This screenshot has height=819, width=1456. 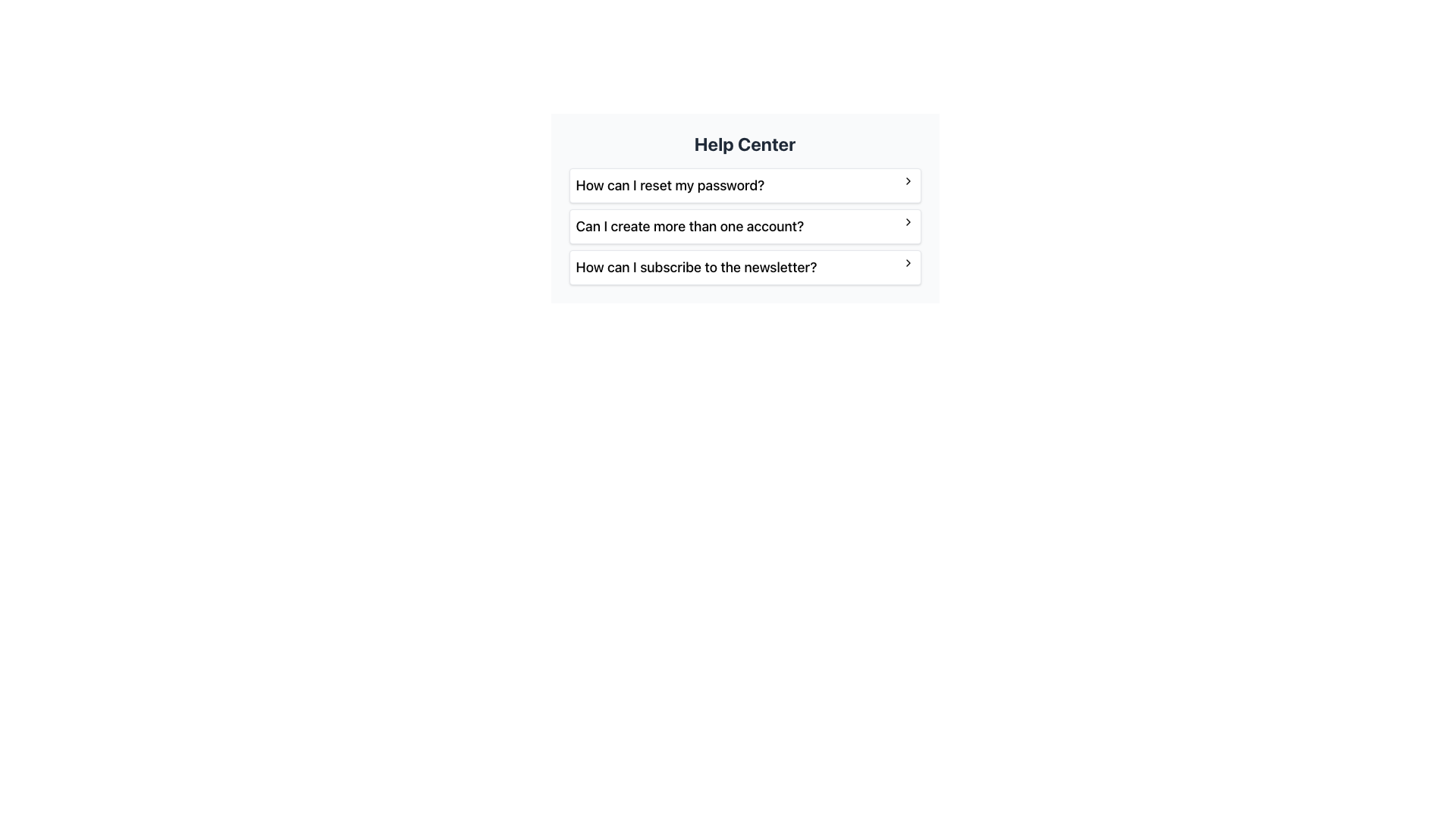 I want to click on the third Clickable Text Block in the FAQ section of the Help Center, which is styled with a medium-sized bold font and has a down arrow icon to its right, so click(x=745, y=267).